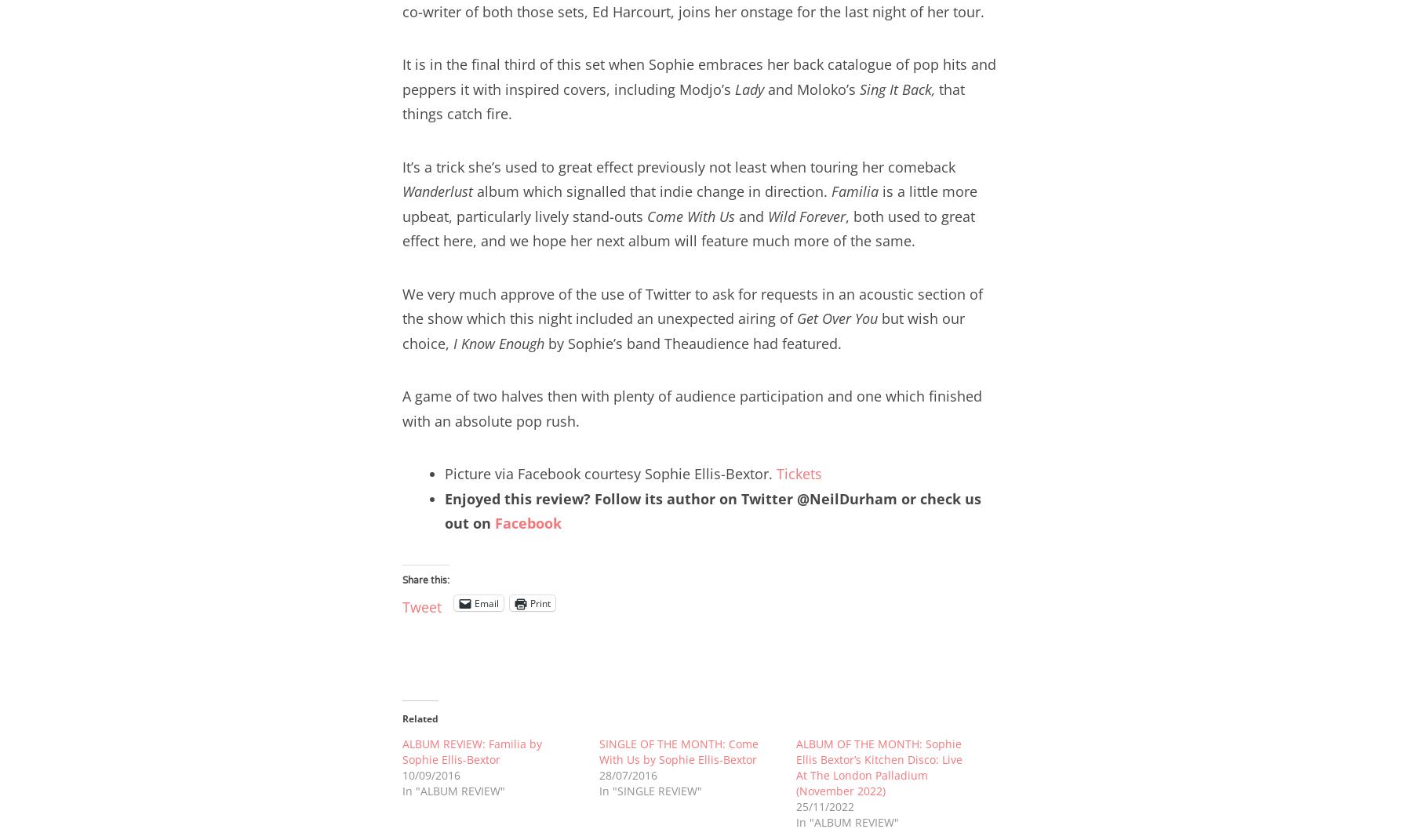 Image resolution: width=1401 pixels, height=840 pixels. What do you see at coordinates (691, 305) in the screenshot?
I see `'We very much approve of the use of Twitter to ask for requests in an acoustic section of the show which this night included an unexpected airing of'` at bounding box center [691, 305].